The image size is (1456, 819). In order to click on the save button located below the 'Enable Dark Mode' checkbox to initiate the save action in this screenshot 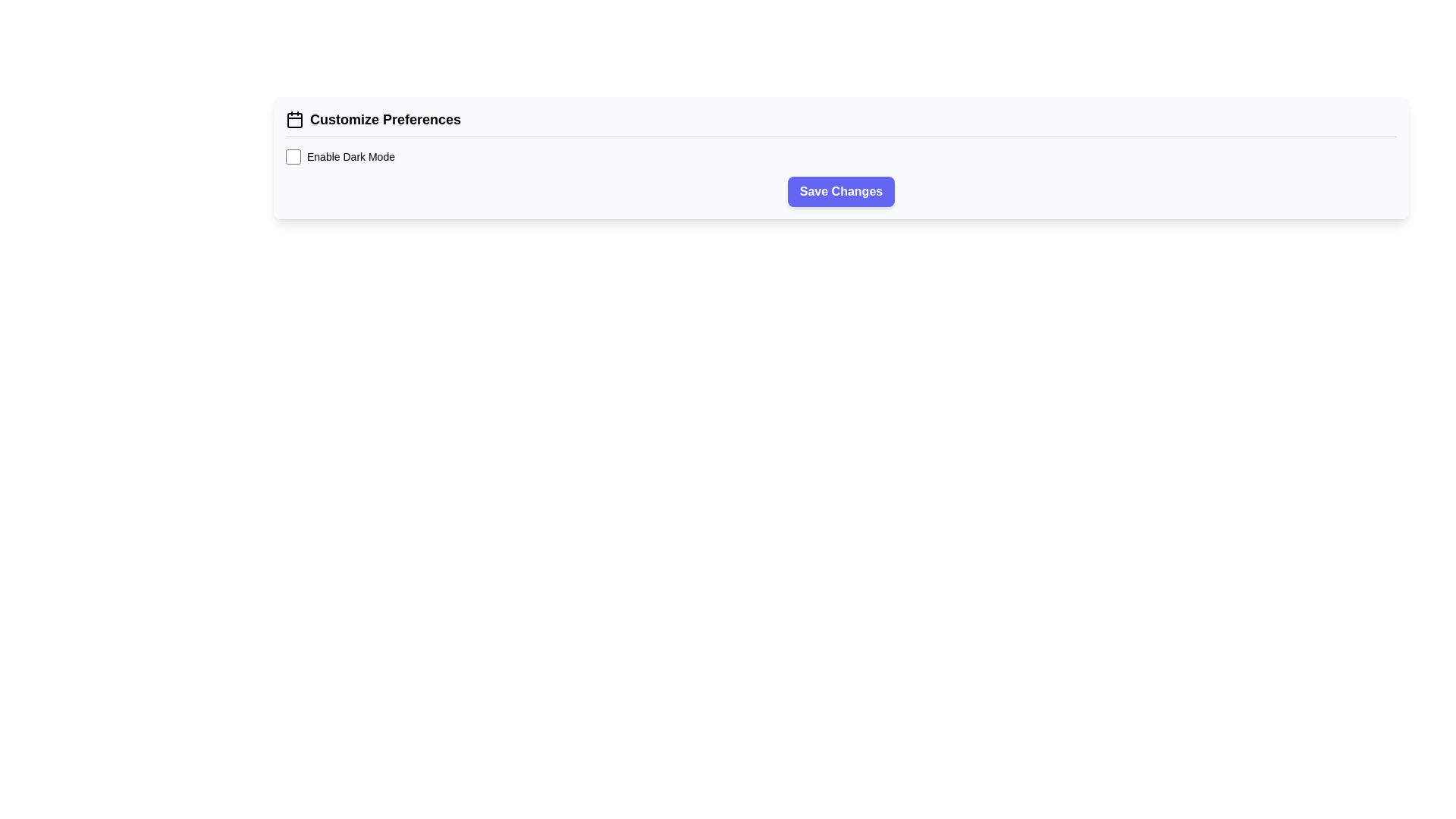, I will do `click(840, 191)`.